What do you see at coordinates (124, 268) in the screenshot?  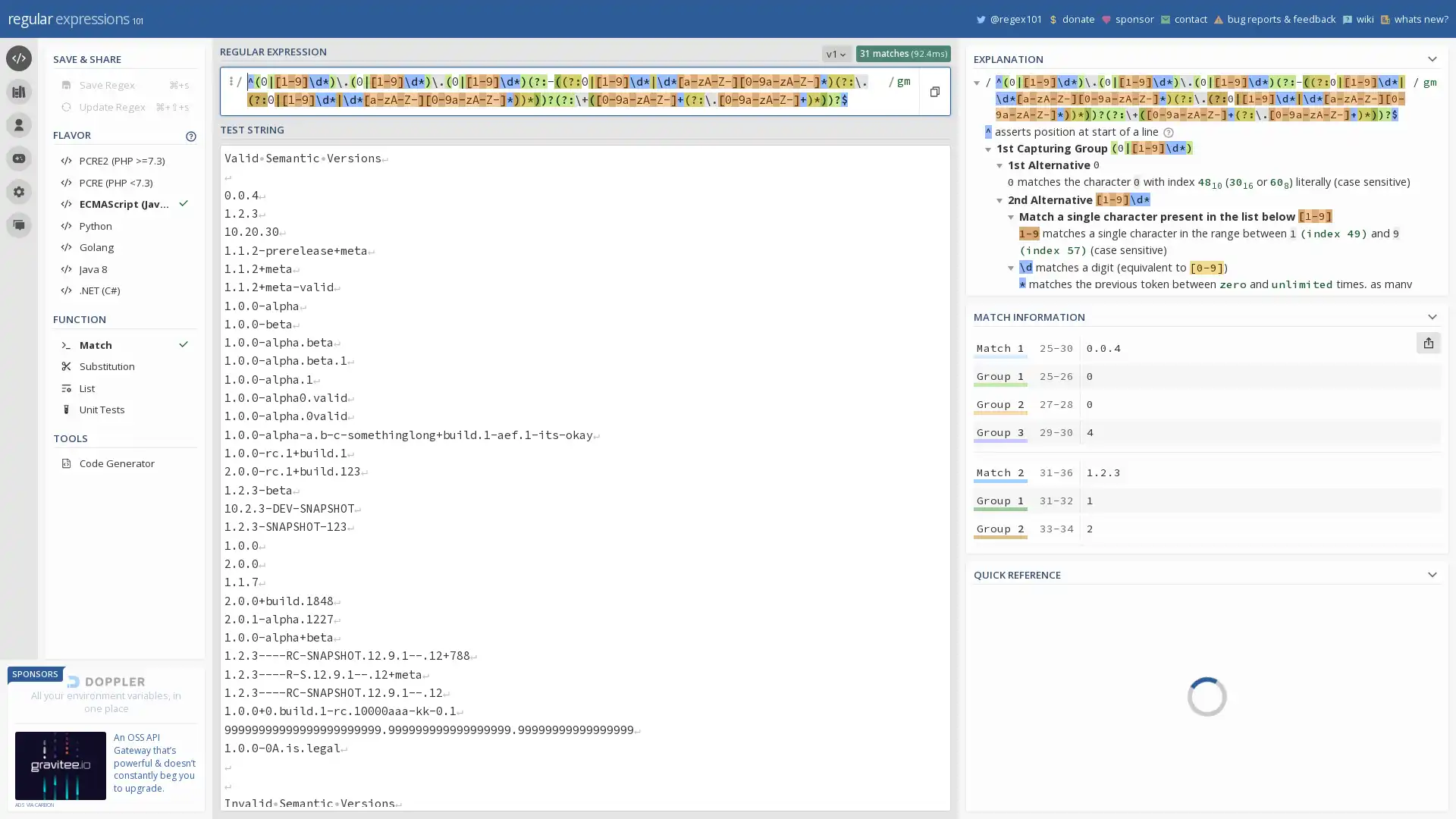 I see `Java 8` at bounding box center [124, 268].